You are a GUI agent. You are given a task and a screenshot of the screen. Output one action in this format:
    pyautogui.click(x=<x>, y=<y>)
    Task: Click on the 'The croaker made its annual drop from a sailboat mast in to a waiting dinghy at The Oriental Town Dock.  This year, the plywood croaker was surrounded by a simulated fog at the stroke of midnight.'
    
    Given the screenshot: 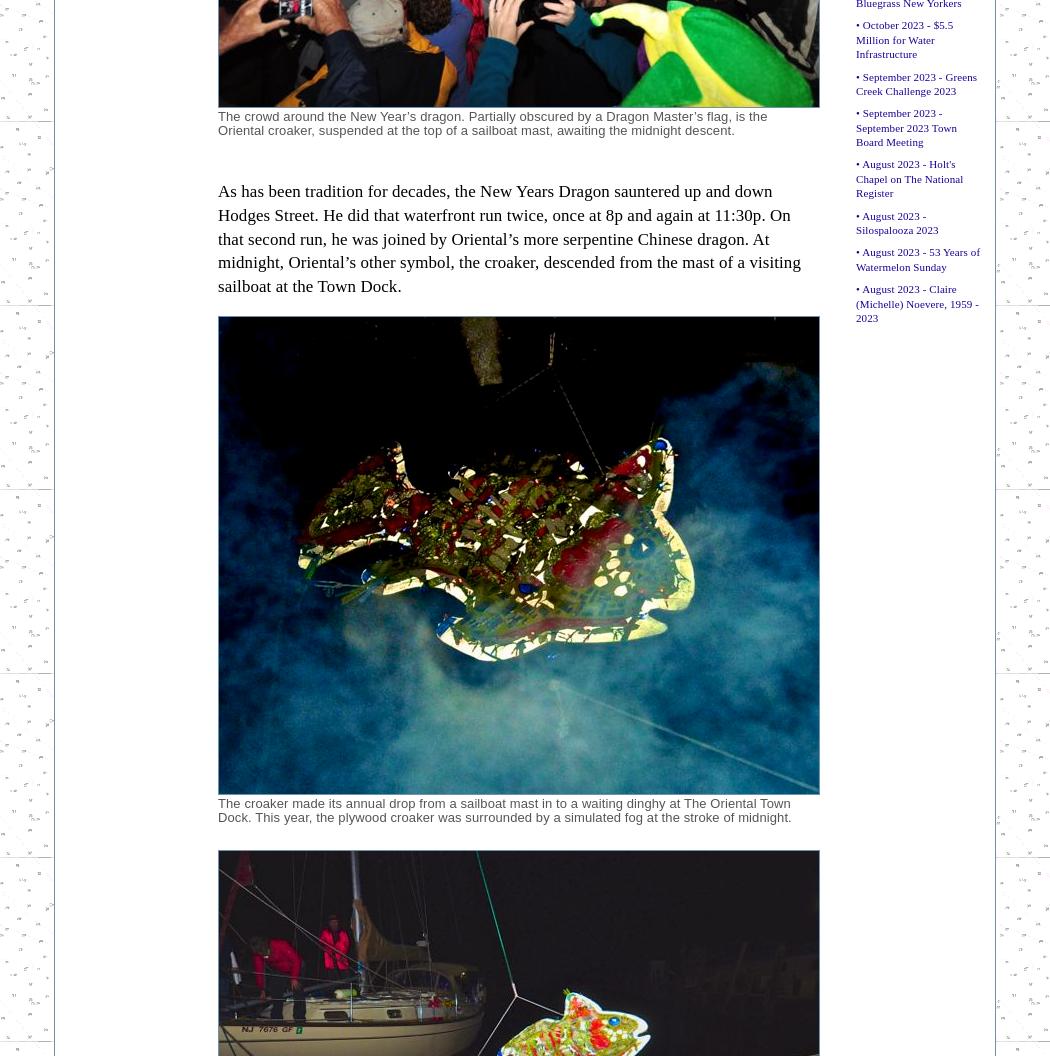 What is the action you would take?
    pyautogui.click(x=503, y=809)
    